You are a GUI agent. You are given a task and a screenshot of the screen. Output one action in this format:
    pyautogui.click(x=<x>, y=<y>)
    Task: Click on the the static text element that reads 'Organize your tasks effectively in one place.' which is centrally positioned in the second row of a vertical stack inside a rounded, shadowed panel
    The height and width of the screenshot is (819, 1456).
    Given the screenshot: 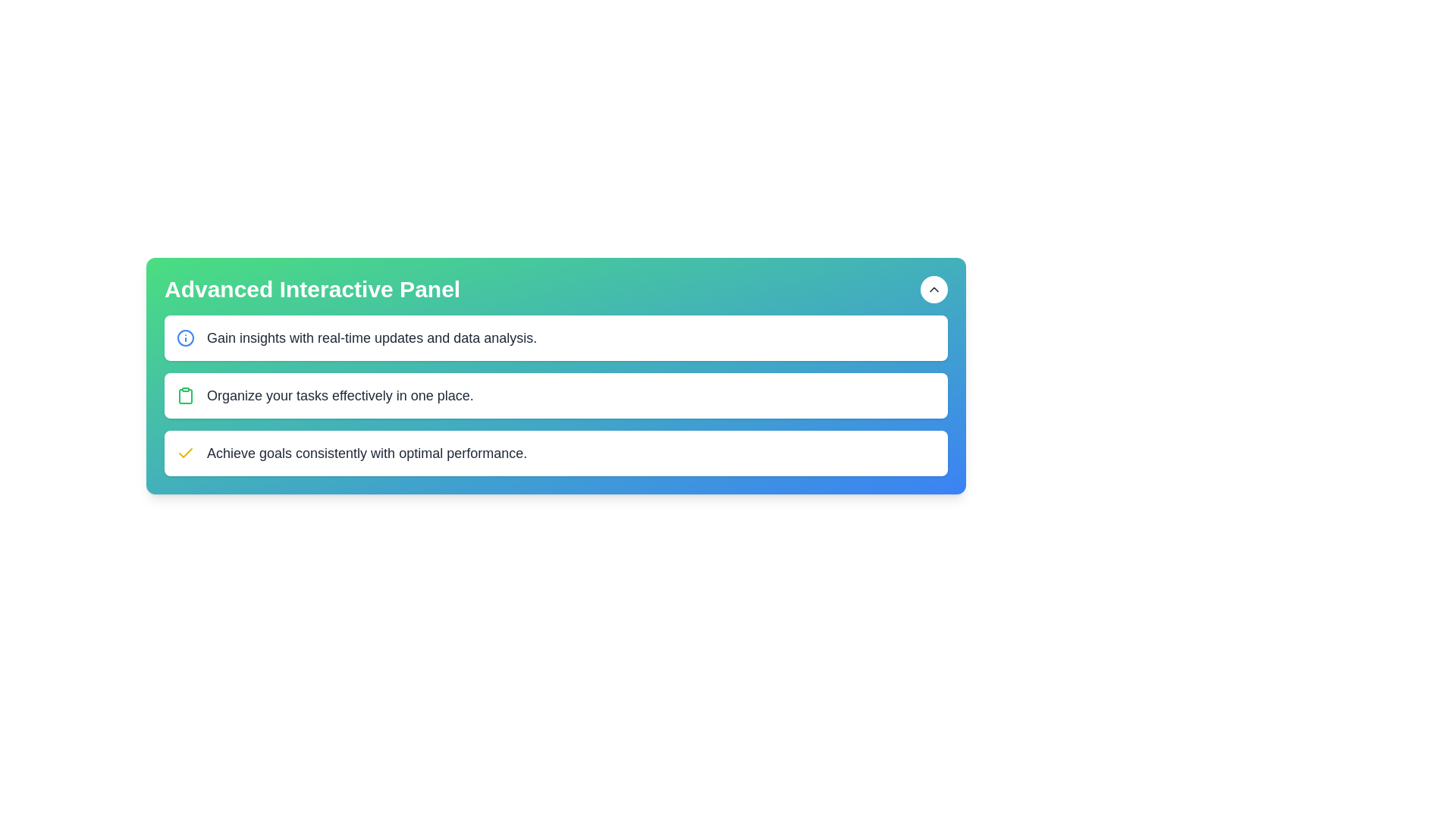 What is the action you would take?
    pyautogui.click(x=339, y=394)
    